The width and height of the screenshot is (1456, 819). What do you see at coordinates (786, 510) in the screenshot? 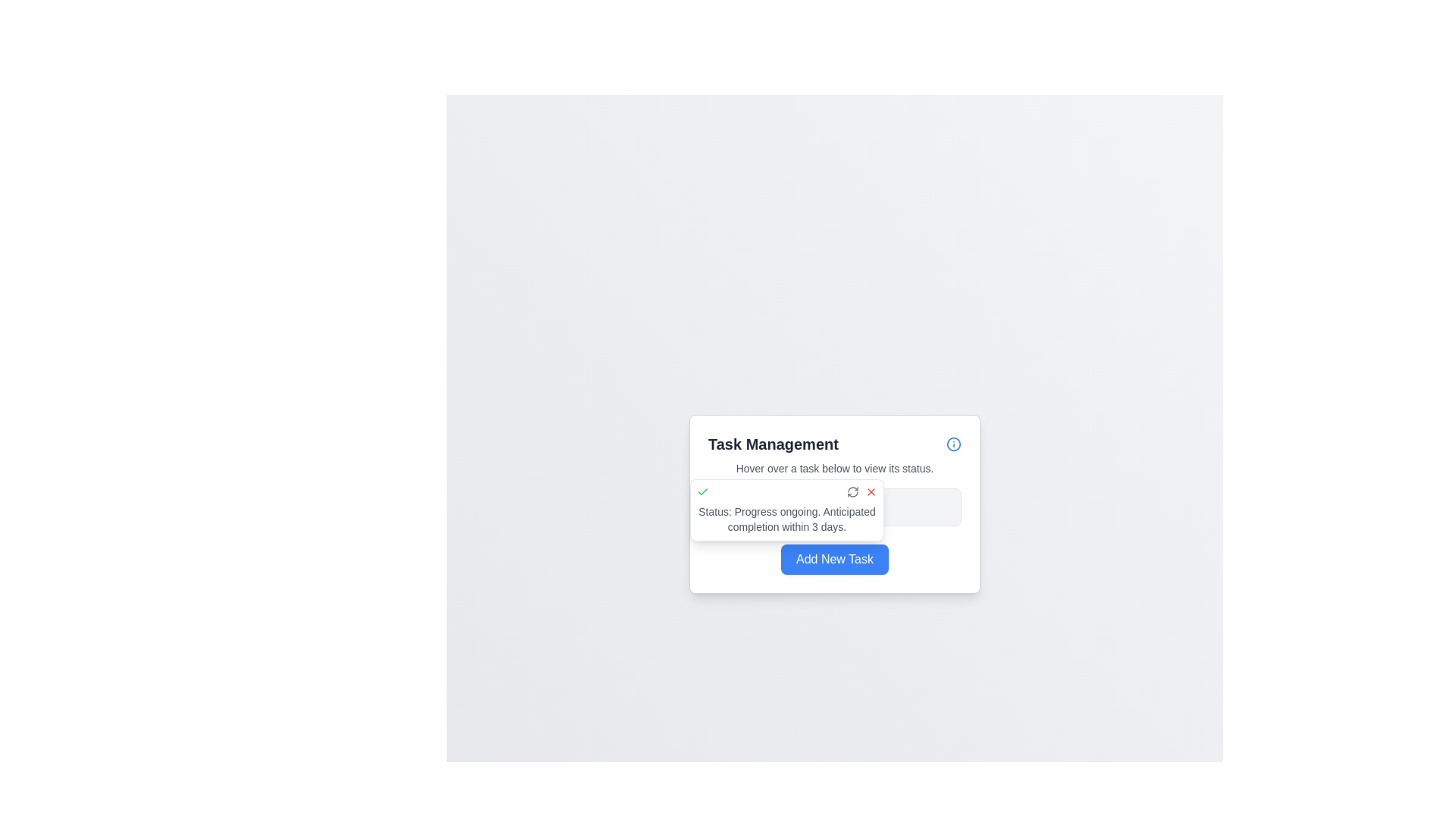
I see `status information from the Information Card displaying 'Status: Progress ongoing. Anticipated completion within 3 days.'` at bounding box center [786, 510].